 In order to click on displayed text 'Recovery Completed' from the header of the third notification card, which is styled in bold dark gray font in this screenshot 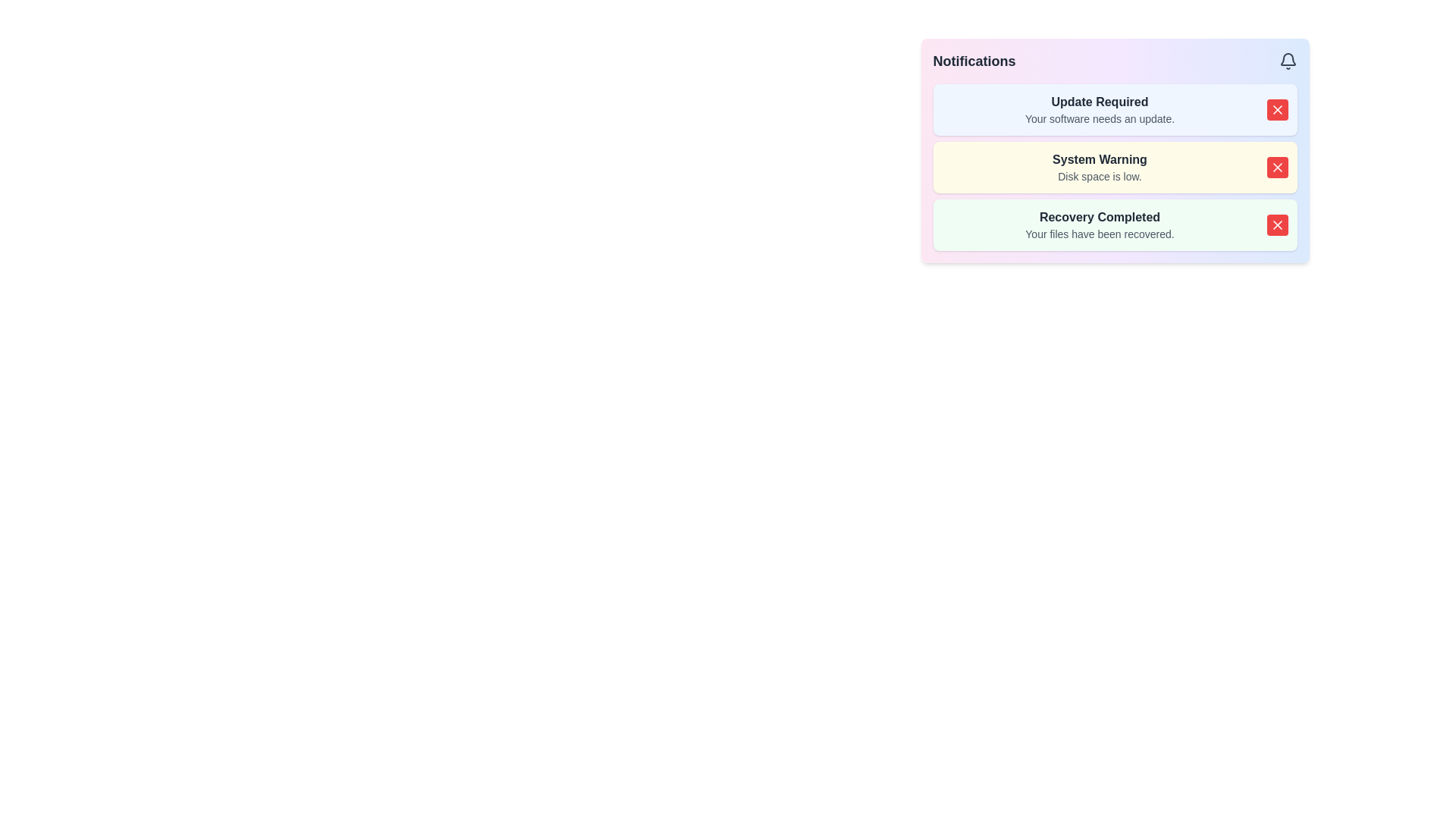, I will do `click(1100, 217)`.